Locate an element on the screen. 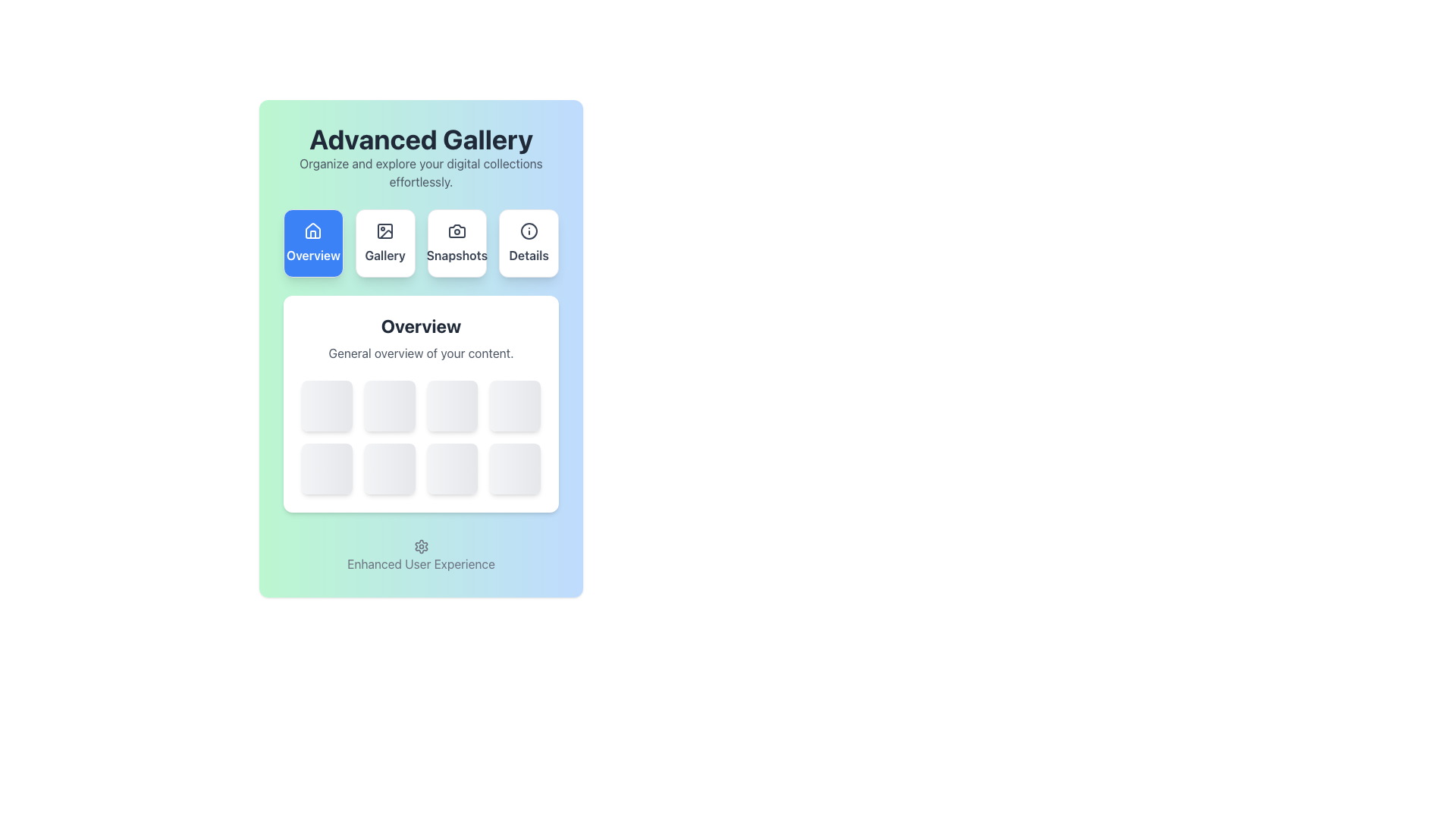  the 'Details' button, which is a rectangular button with a white background, rounded corners, and a dark gray border, containing a circular blue icon with an 'i' and the text 'Details' below it is located at coordinates (529, 242).